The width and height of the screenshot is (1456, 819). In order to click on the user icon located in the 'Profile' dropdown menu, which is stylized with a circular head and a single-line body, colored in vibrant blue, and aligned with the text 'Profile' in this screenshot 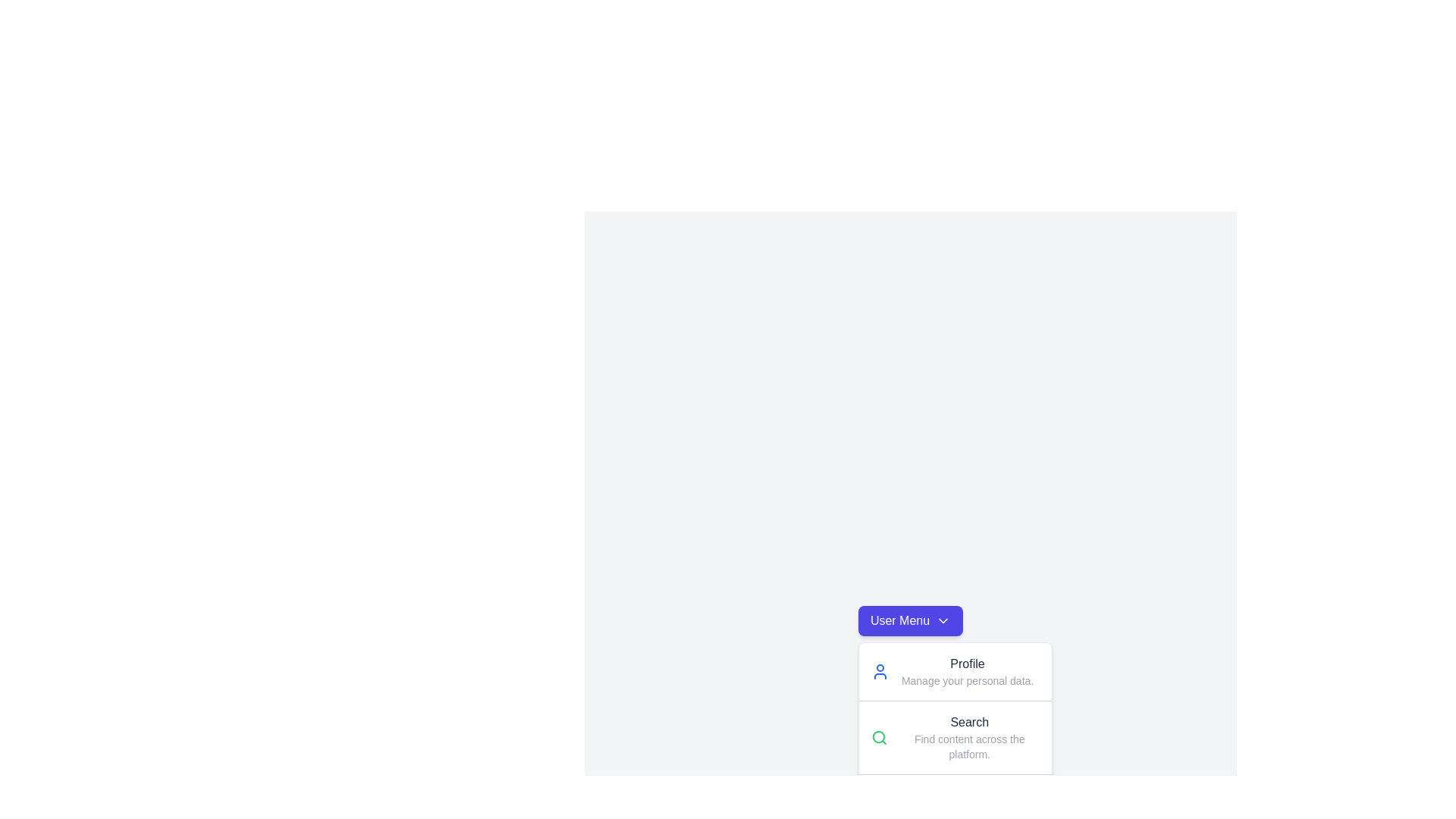, I will do `click(880, 671)`.